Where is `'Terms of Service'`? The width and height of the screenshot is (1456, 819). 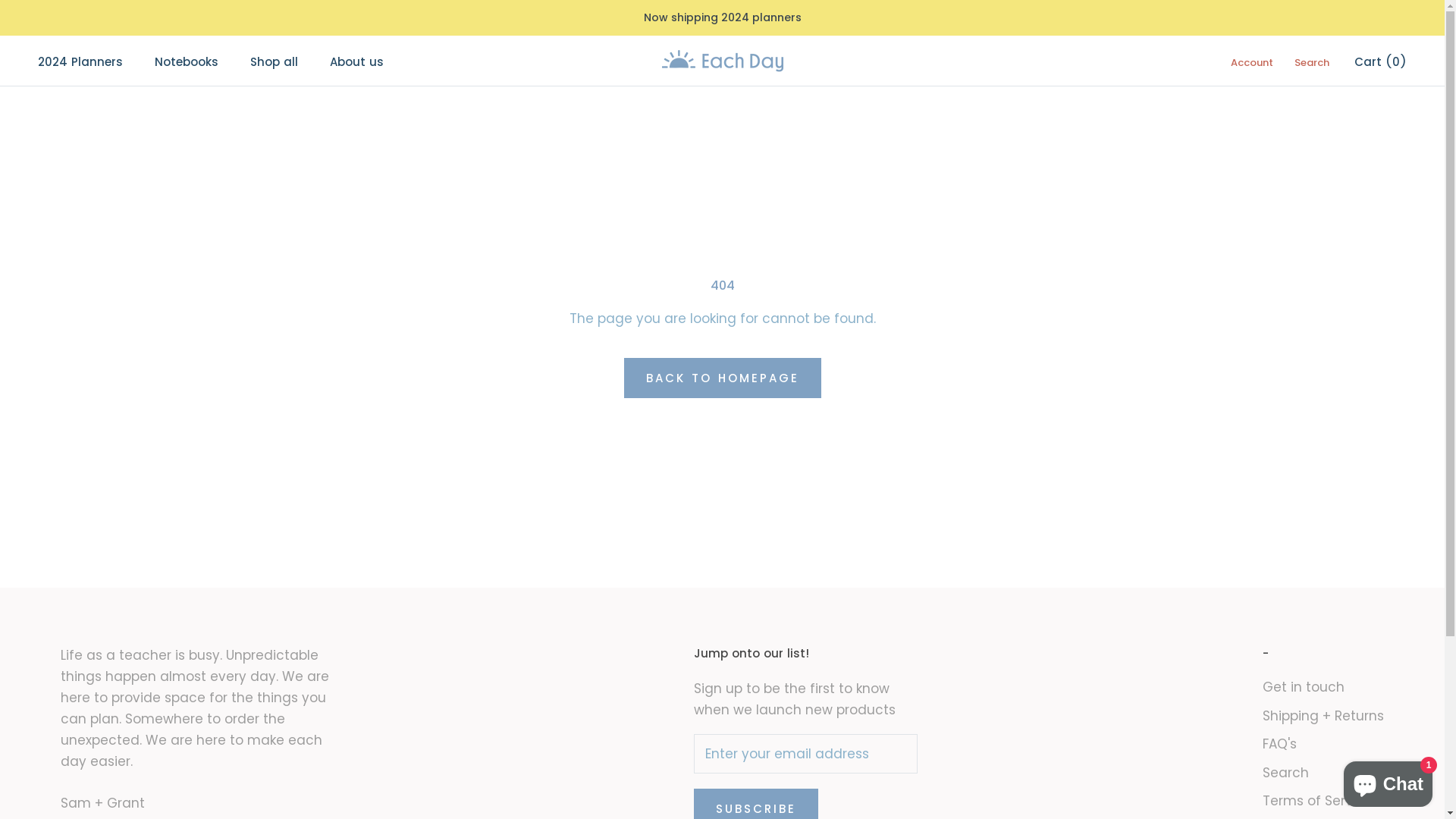 'Terms of Service' is located at coordinates (1323, 800).